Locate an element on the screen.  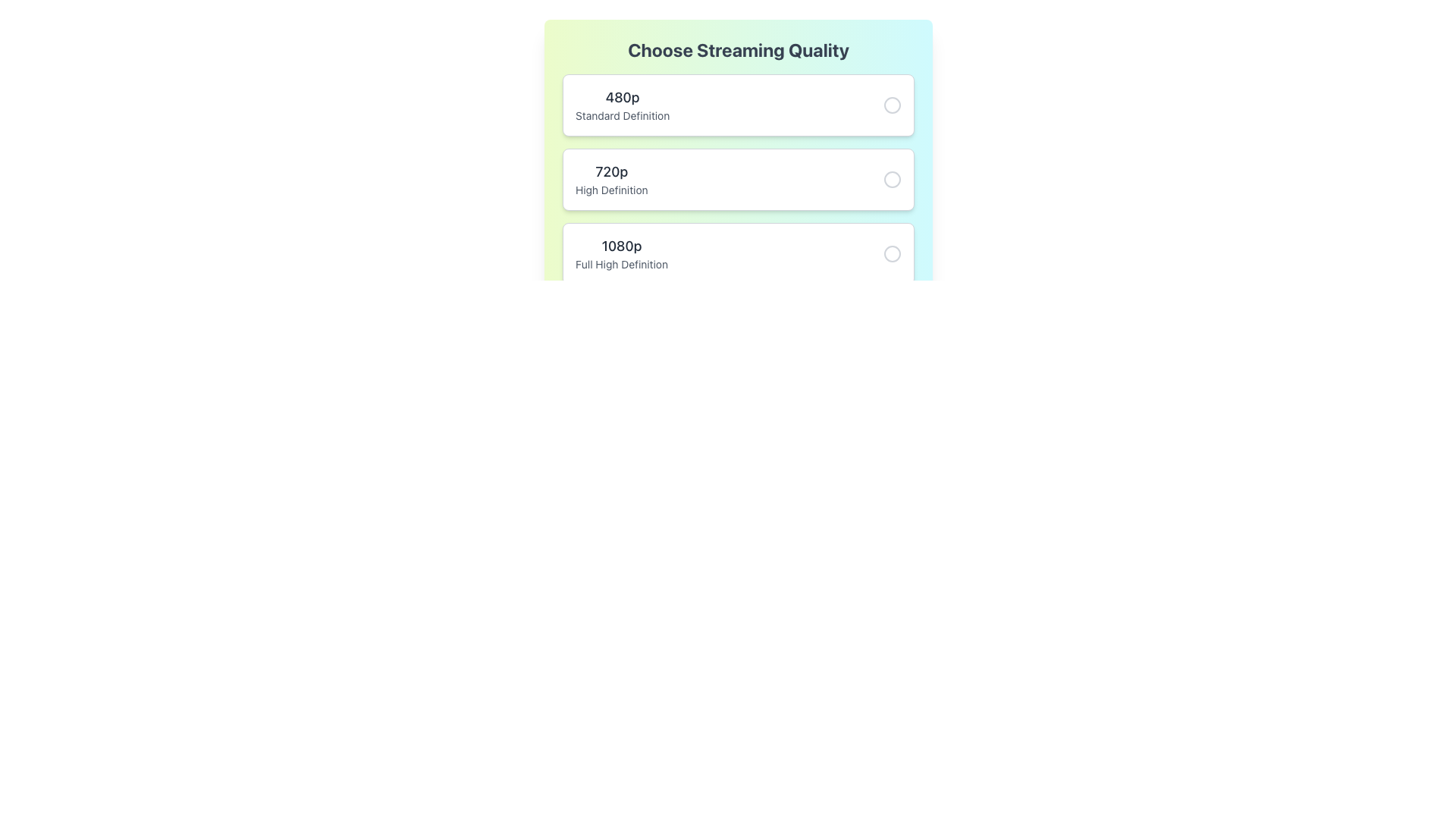
the first selectable quality option for streaming, labeled '480p Standard Definition' is located at coordinates (623, 104).